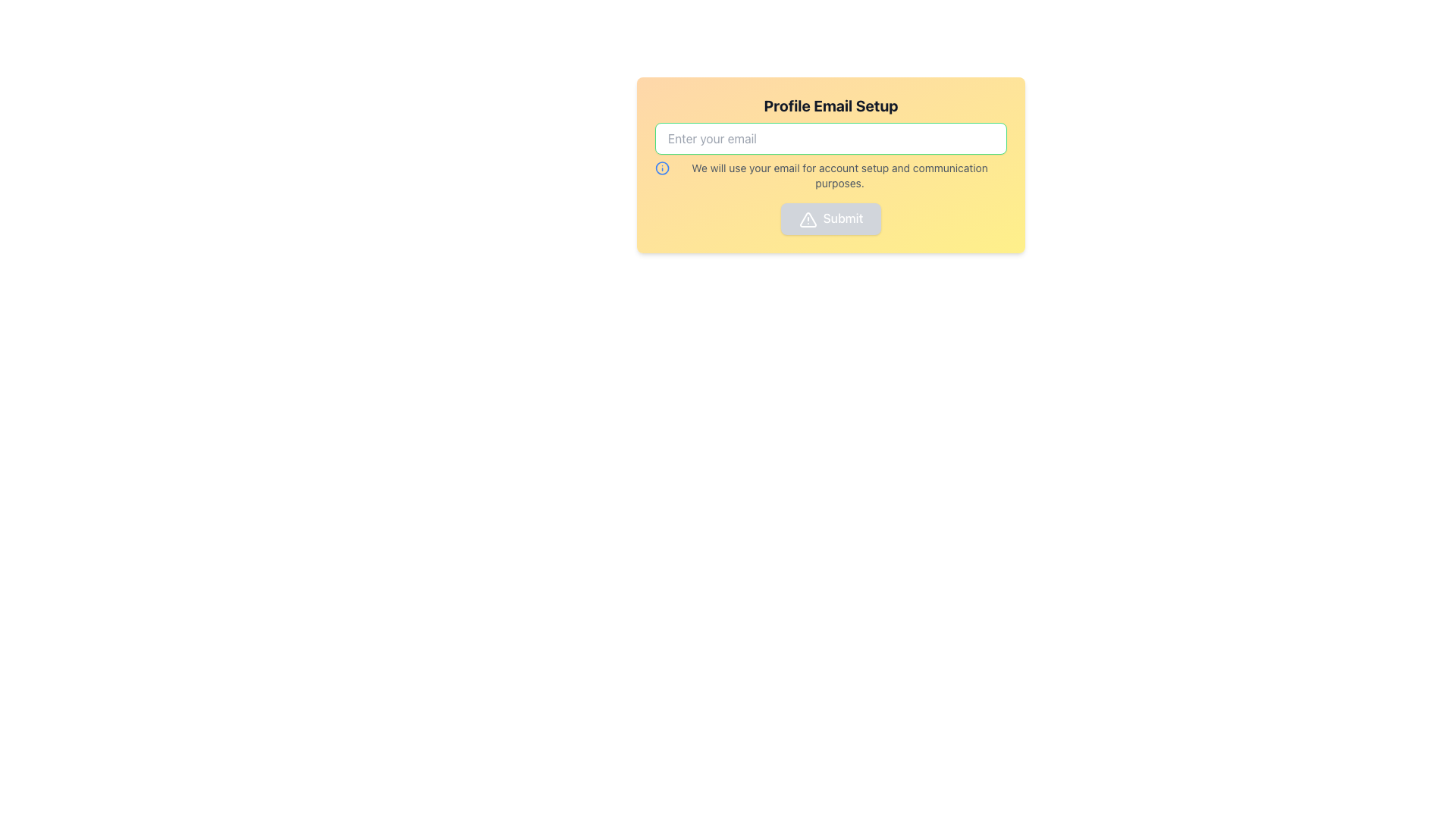  Describe the element at coordinates (662, 168) in the screenshot. I see `the circular icon with a blue outline against a yellow background located in the 'Profile Email Setup' dialog box, to the left of the 'Enter your email' text field` at that location.